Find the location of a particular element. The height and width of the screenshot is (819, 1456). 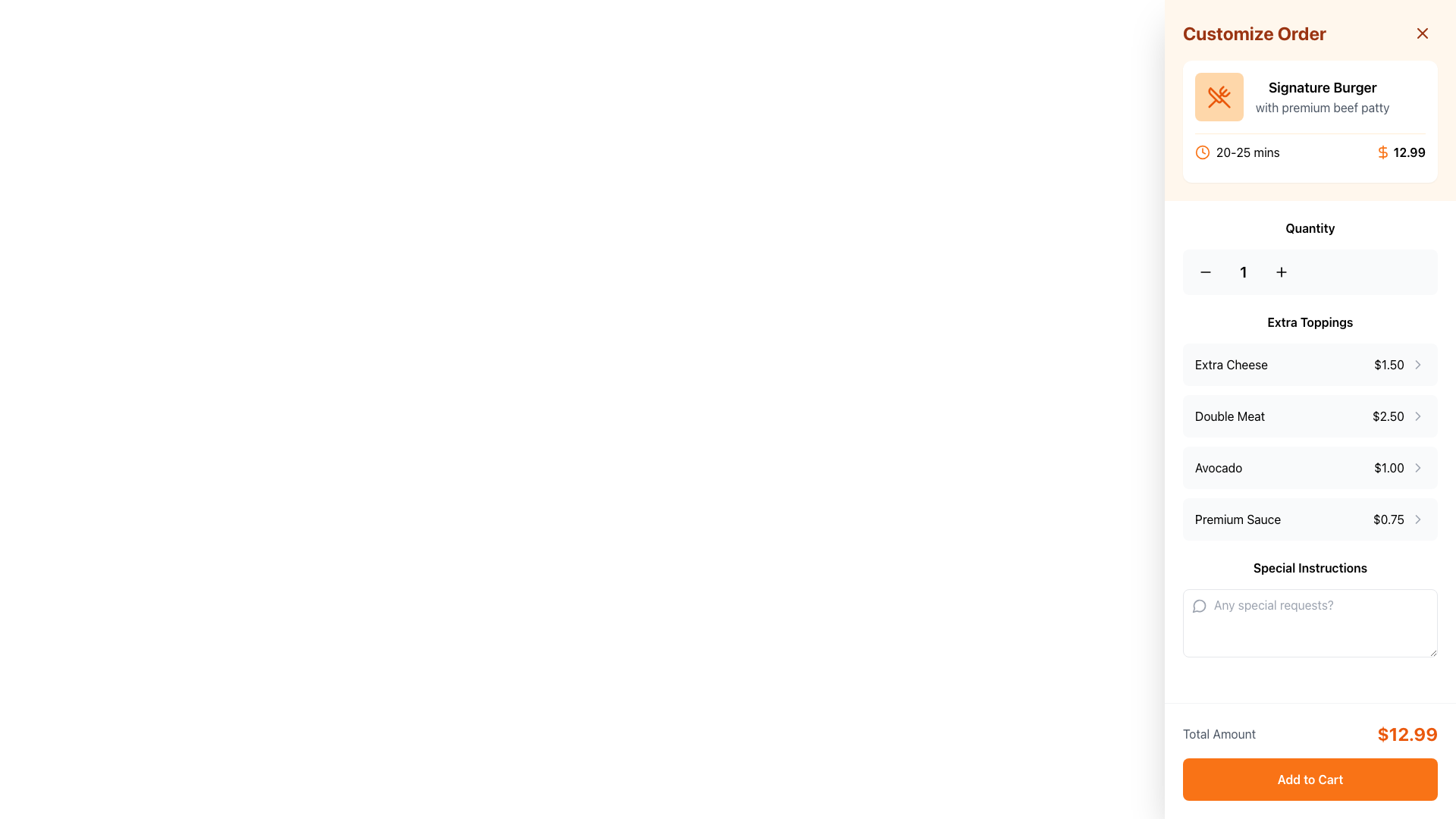

the area around the price display of the 'Signature Burger' menu item in the 'Customize Order' panel for related interactions is located at coordinates (1408, 152).